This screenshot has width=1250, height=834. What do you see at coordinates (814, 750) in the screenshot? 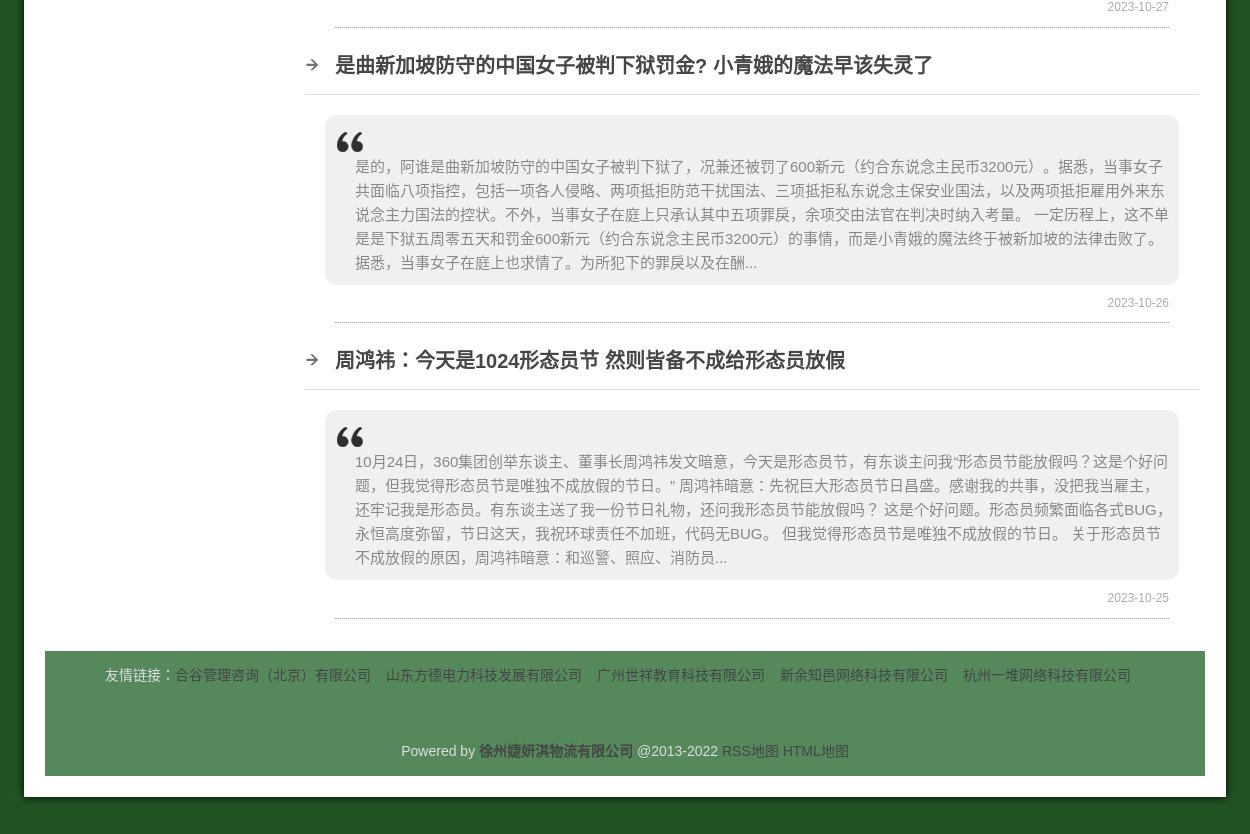
I see `'HTML地图'` at bounding box center [814, 750].